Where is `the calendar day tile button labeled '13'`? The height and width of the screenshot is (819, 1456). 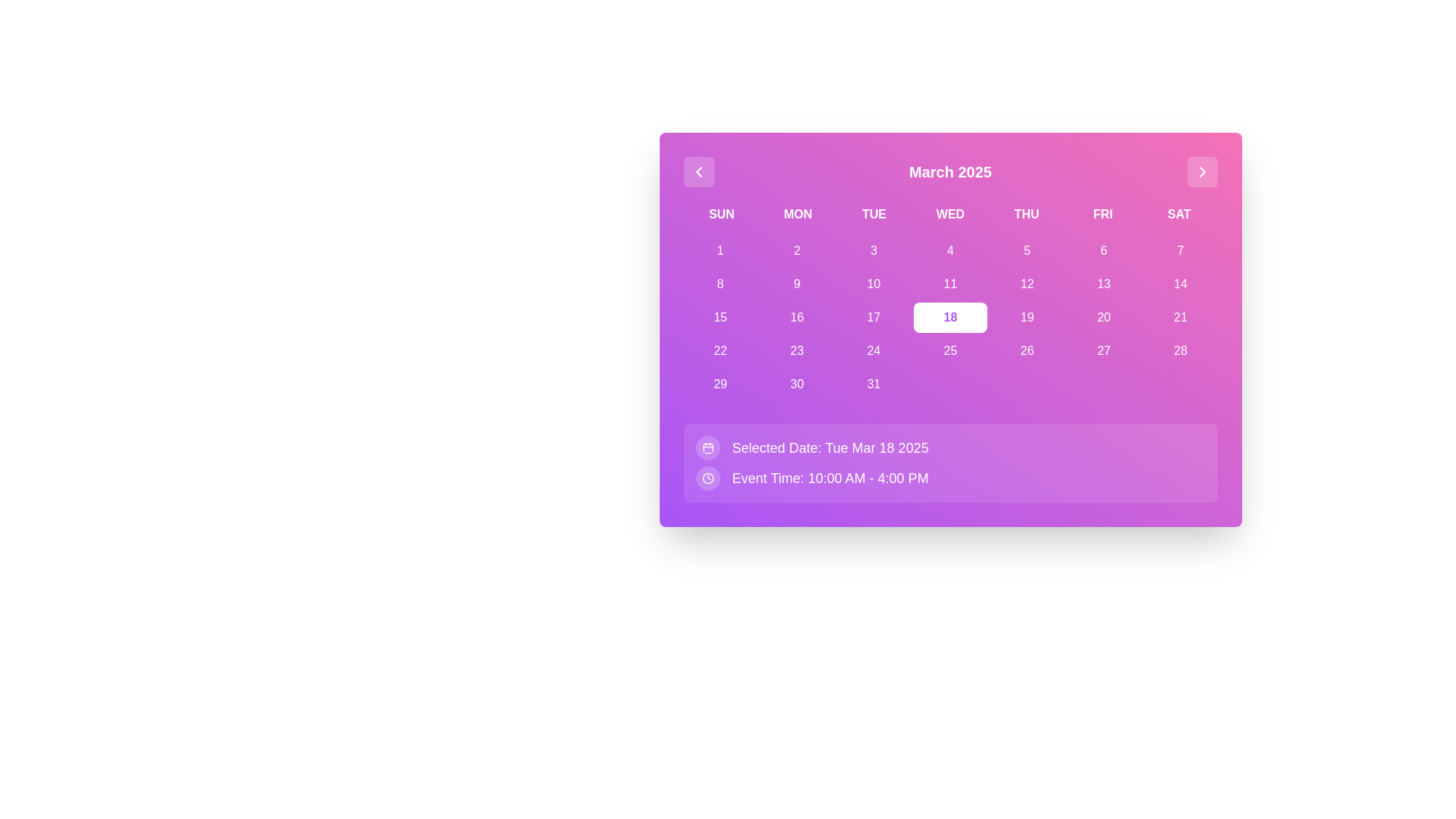 the calendar day tile button labeled '13' is located at coordinates (1103, 284).